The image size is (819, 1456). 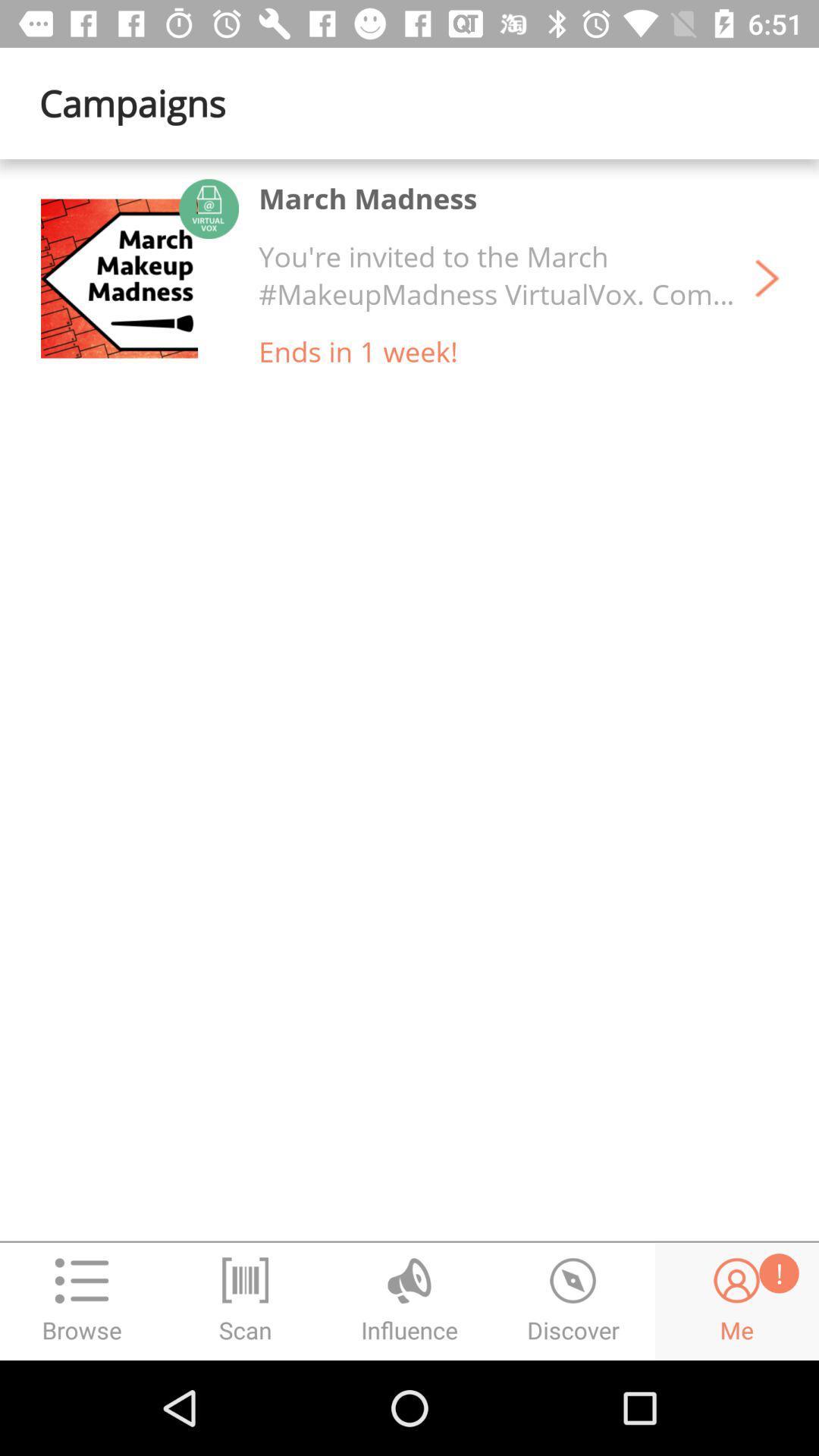 I want to click on the time icon, so click(x=573, y=1301).